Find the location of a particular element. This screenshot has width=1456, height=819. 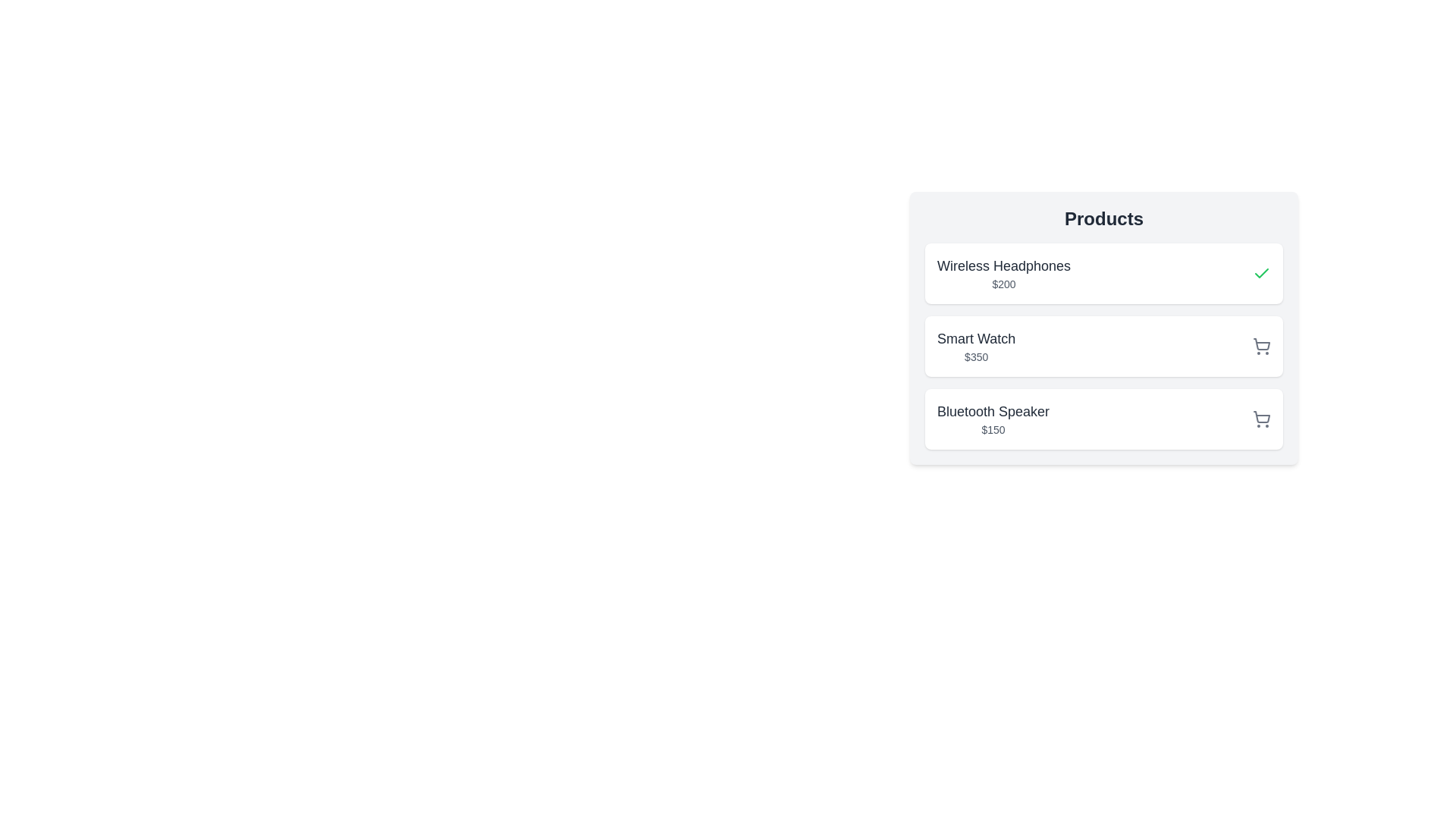

the Text Display showing 'Bluetooth Speaker' and its price '$150' is located at coordinates (993, 419).